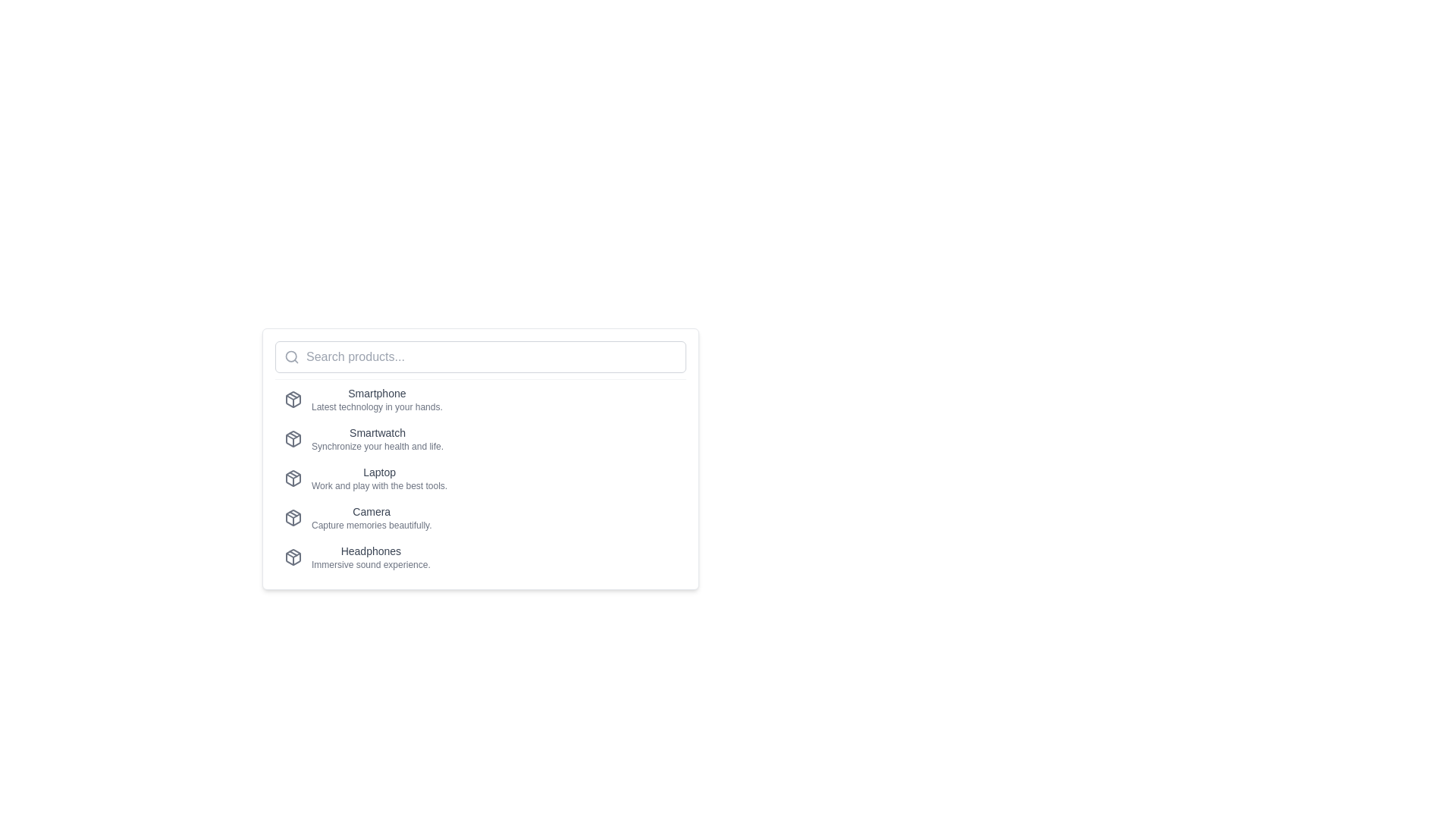 This screenshot has height=819, width=1456. Describe the element at coordinates (479, 516) in the screenshot. I see `the fourth list item labeled 'Camera'` at that location.